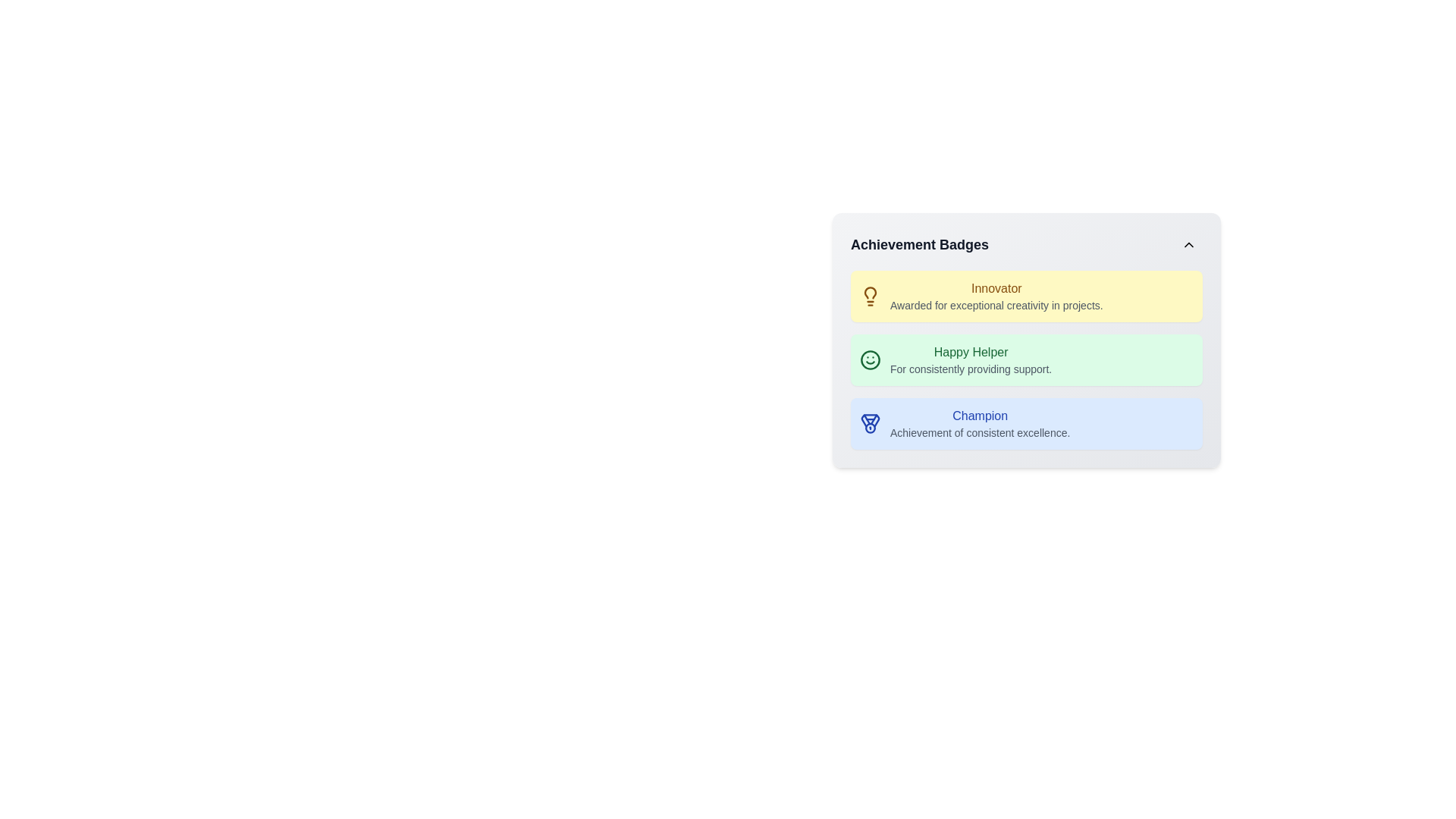 Image resolution: width=1456 pixels, height=819 pixels. Describe the element at coordinates (996, 305) in the screenshot. I see `information provided by the Label element that describes the purpose of the 'Innovator' badge, located under the 'Innovator' section in the 'Achievement Badges' panel` at that location.